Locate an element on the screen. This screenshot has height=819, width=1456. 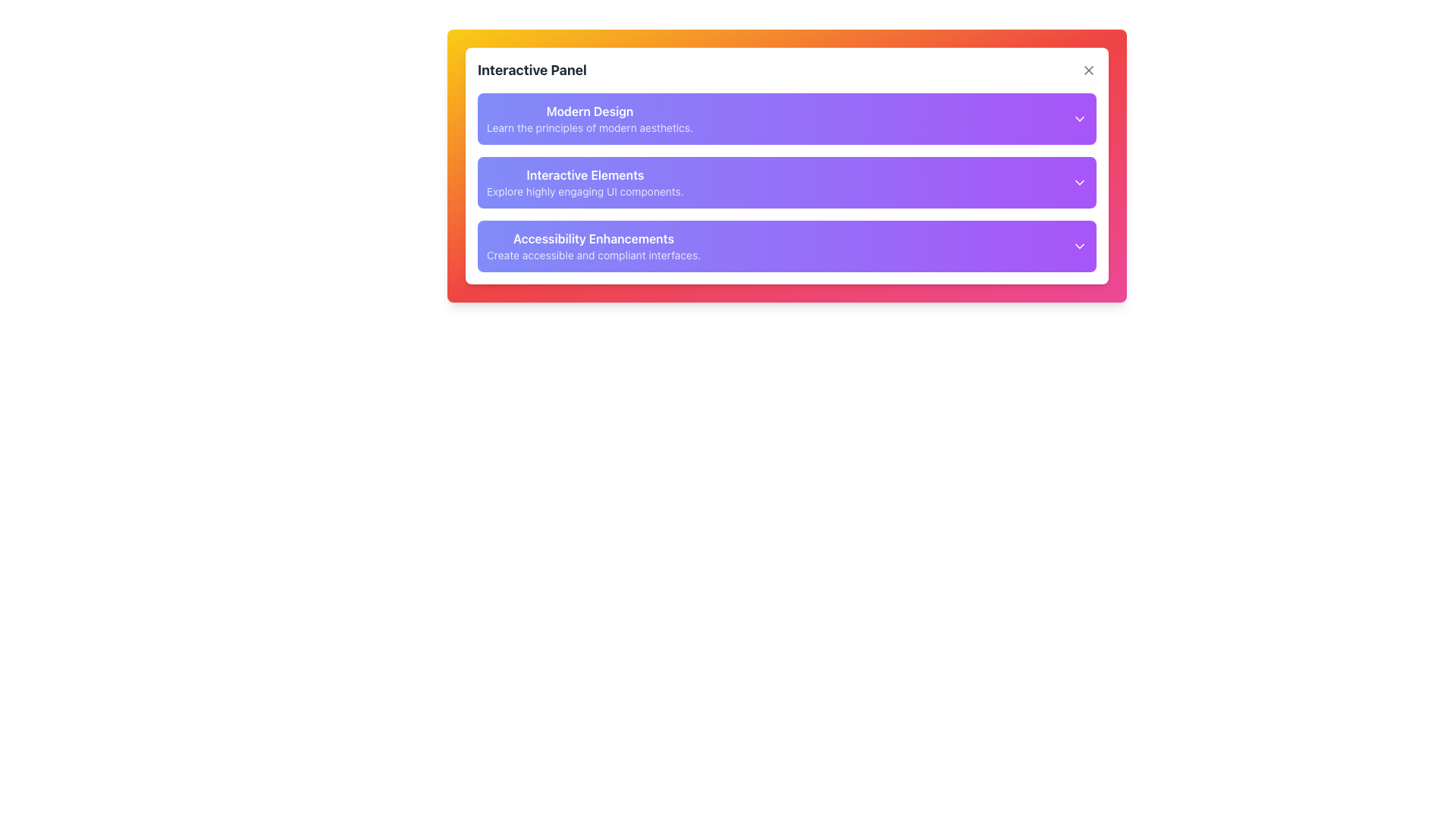
text label located at the bottom of the 'Interactive Panel', which serves as a heading for accessibility enhancements and is positioned above the text 'Create accessible and compliant interfaces.' is located at coordinates (593, 239).